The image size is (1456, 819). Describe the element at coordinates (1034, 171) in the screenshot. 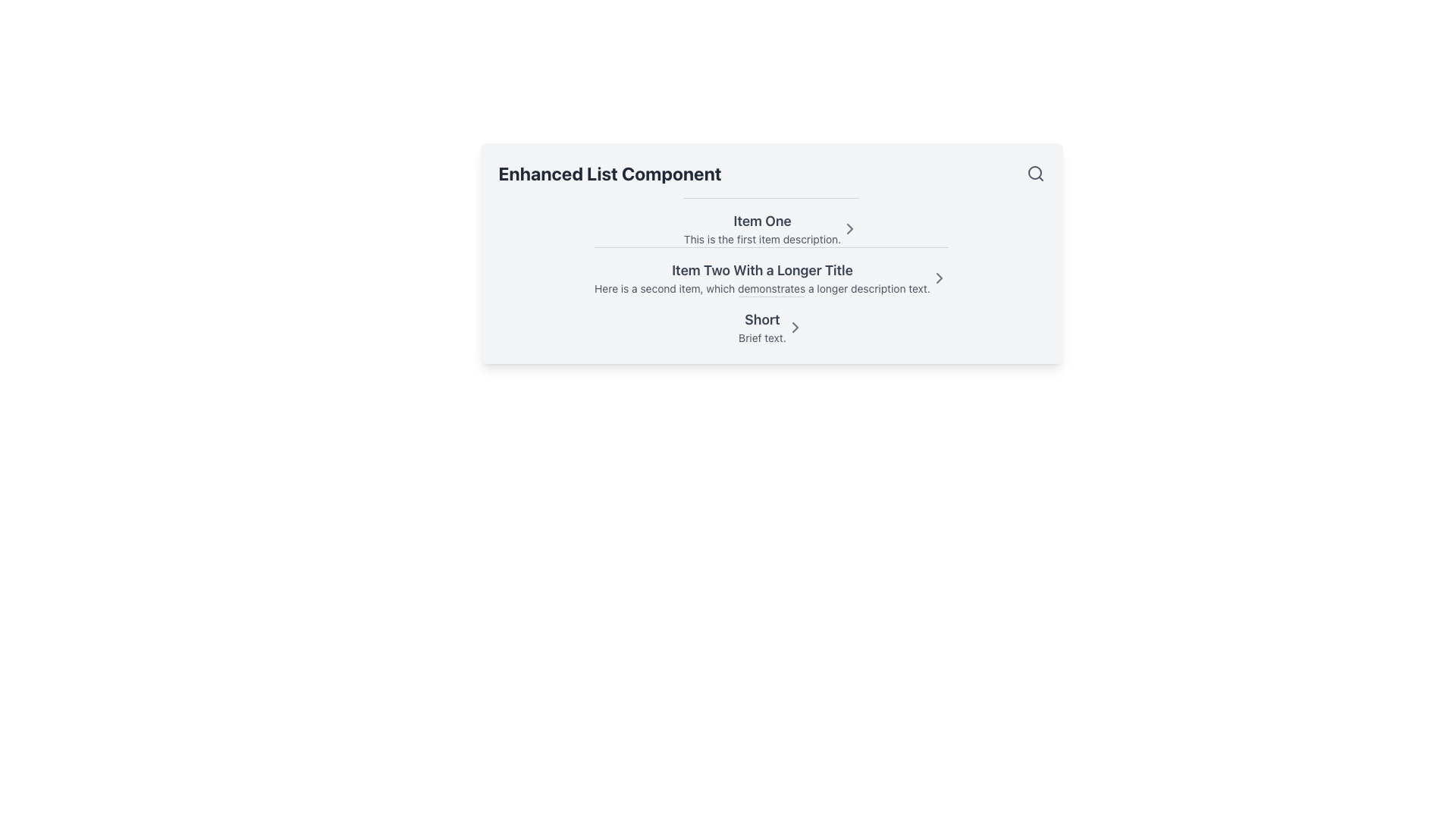

I see `the decorative circle that represents the lens of the magnifying glass icon, positioned within the SVG graphic` at that location.